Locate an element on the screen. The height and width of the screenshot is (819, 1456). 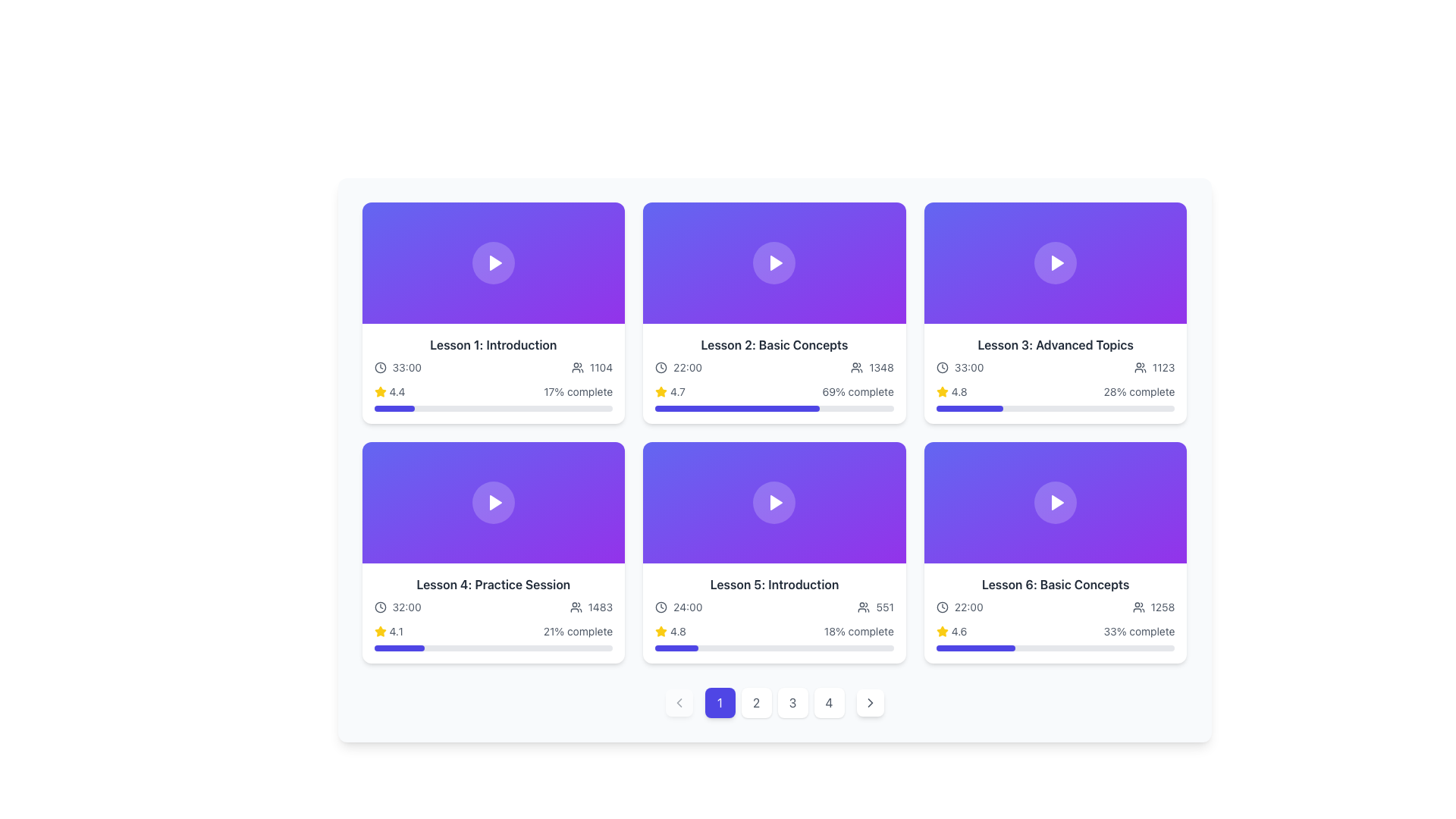
the progress level of the gray progress bar with rounded corners, which indicates a 21% completion, located at the bottom of the card labeled 'Lesson 4: Practice Session' is located at coordinates (493, 648).